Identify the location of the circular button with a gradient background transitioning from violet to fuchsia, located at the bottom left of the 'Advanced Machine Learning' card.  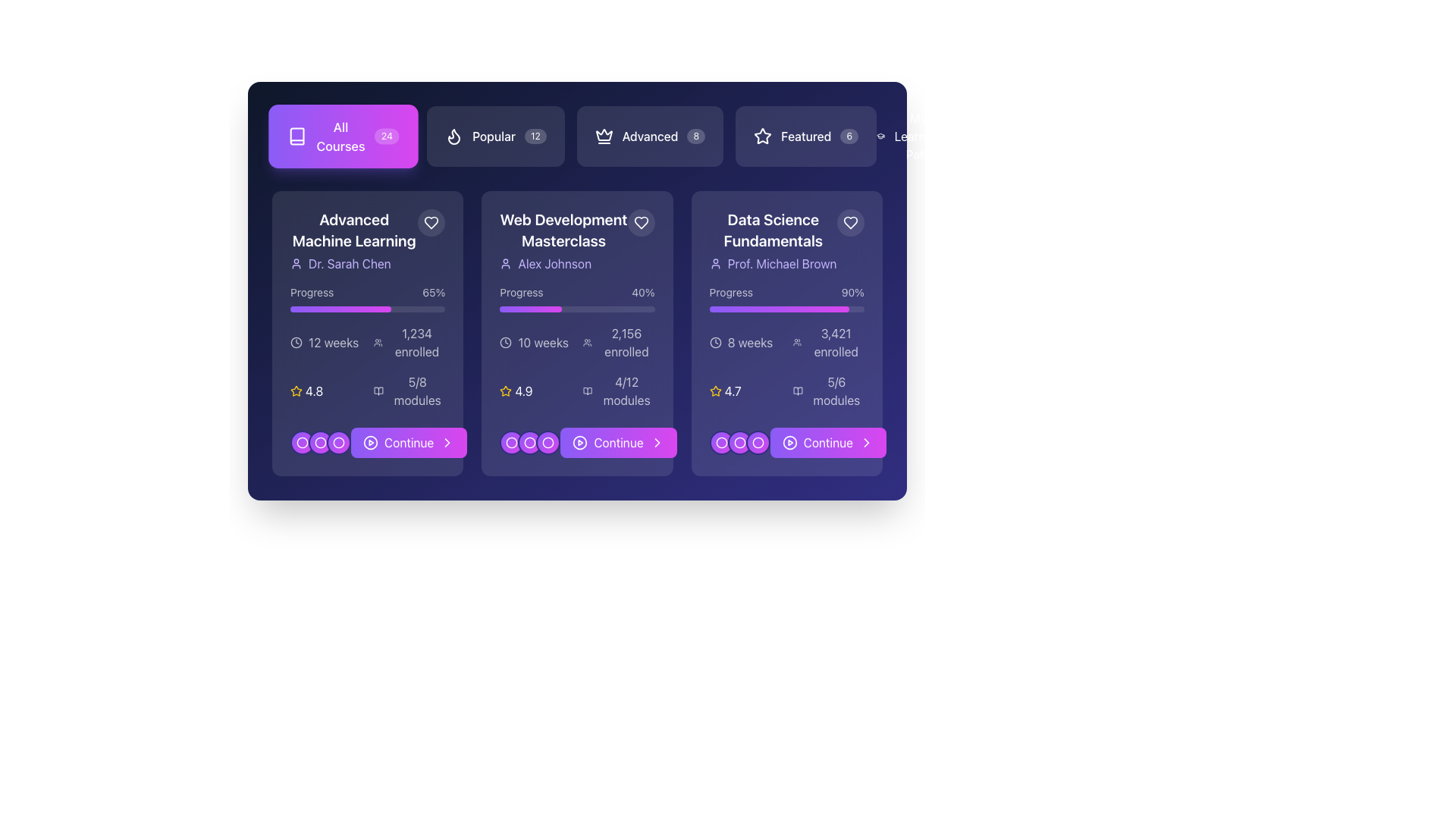
(319, 442).